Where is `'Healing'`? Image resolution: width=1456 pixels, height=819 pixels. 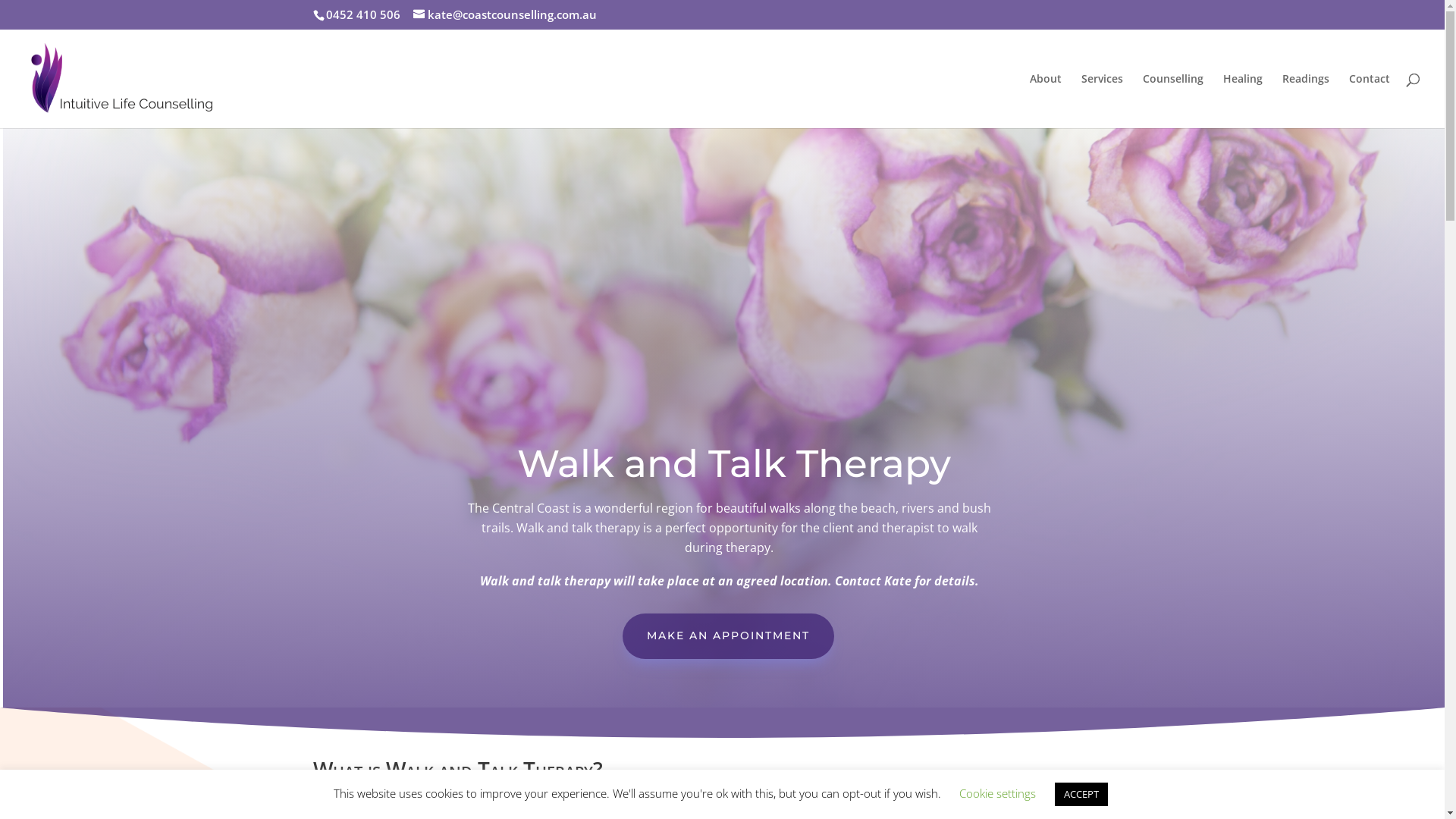
'Healing' is located at coordinates (1242, 99).